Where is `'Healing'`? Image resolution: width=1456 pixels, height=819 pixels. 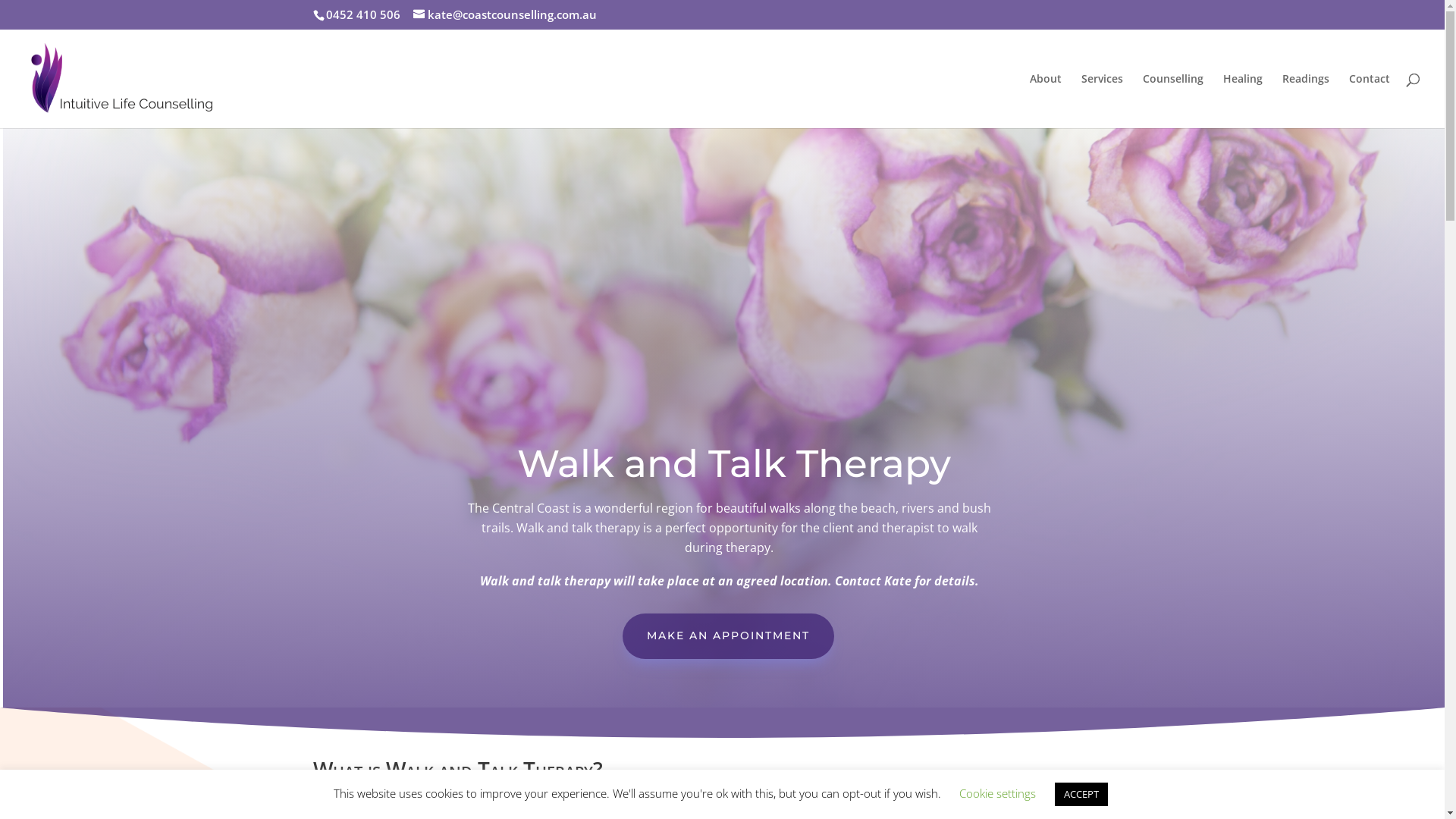
'Healing' is located at coordinates (1242, 99).